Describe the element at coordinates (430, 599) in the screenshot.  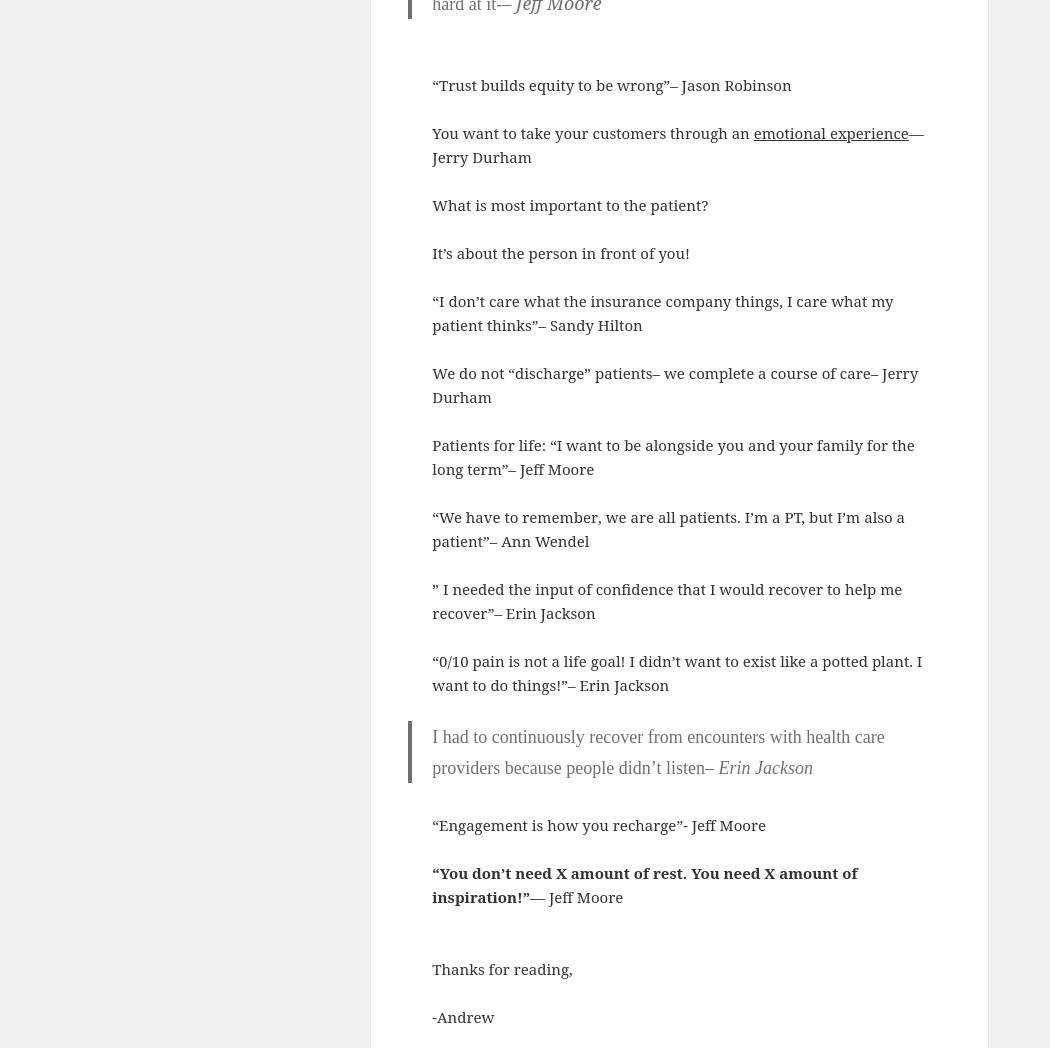
I see `'” I needed the input of confidence that I would recover to help me recover”– Erin Jackson'` at that location.